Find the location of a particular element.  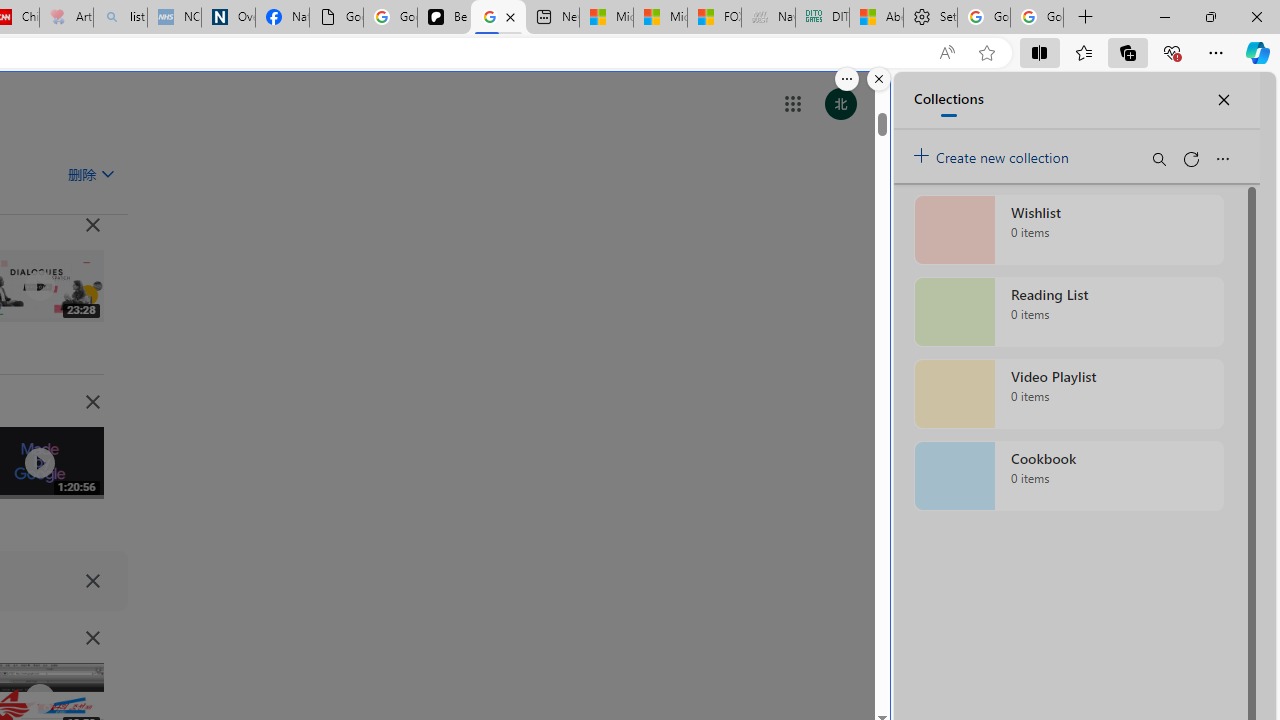

'Class: IVR0f NMm5M' is located at coordinates (39, 698).